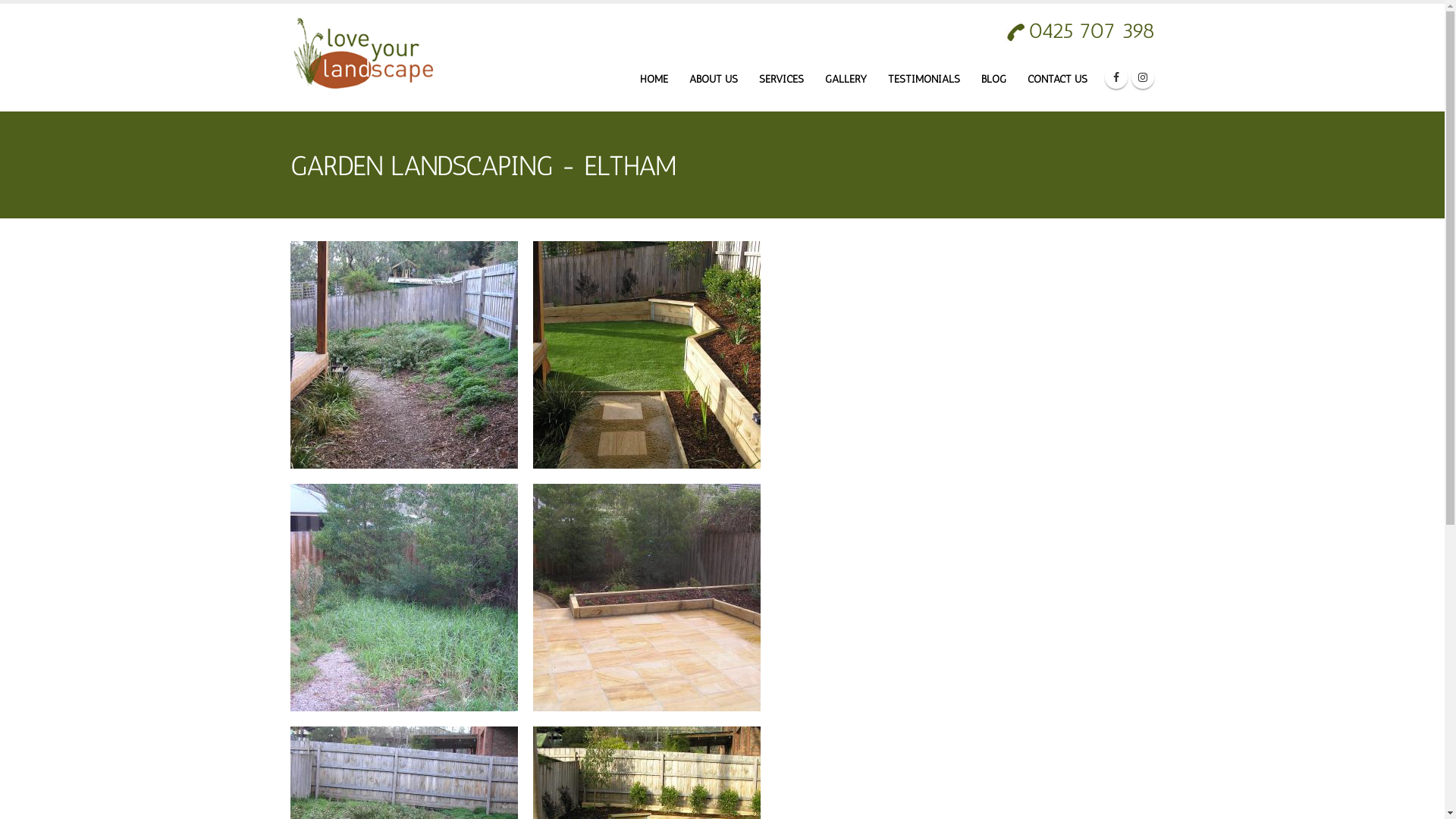 The width and height of the screenshot is (1456, 819). What do you see at coordinates (844, 79) in the screenshot?
I see `'GALLERY'` at bounding box center [844, 79].